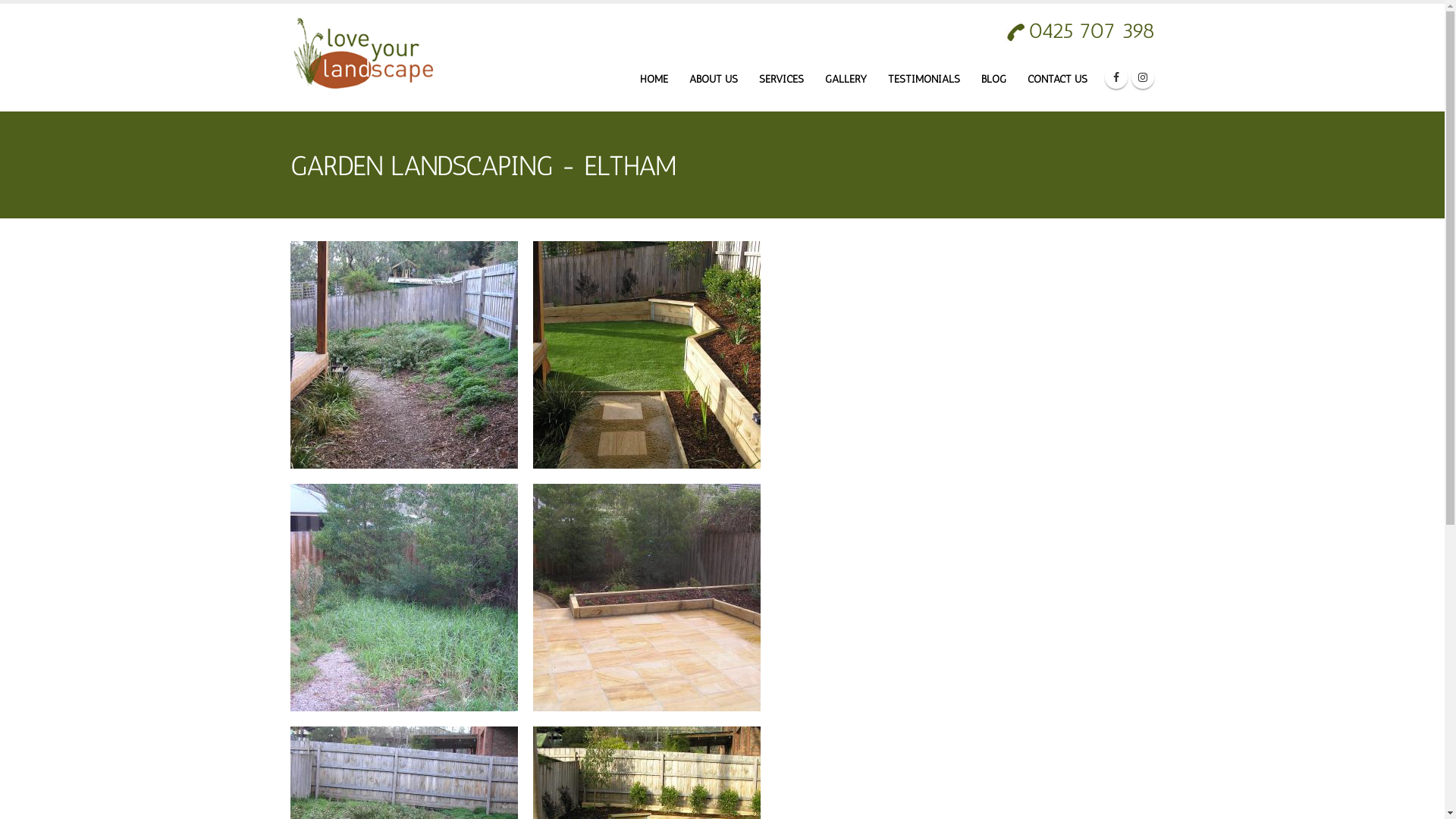 The width and height of the screenshot is (1456, 819). What do you see at coordinates (844, 79) in the screenshot?
I see `'GALLERY'` at bounding box center [844, 79].